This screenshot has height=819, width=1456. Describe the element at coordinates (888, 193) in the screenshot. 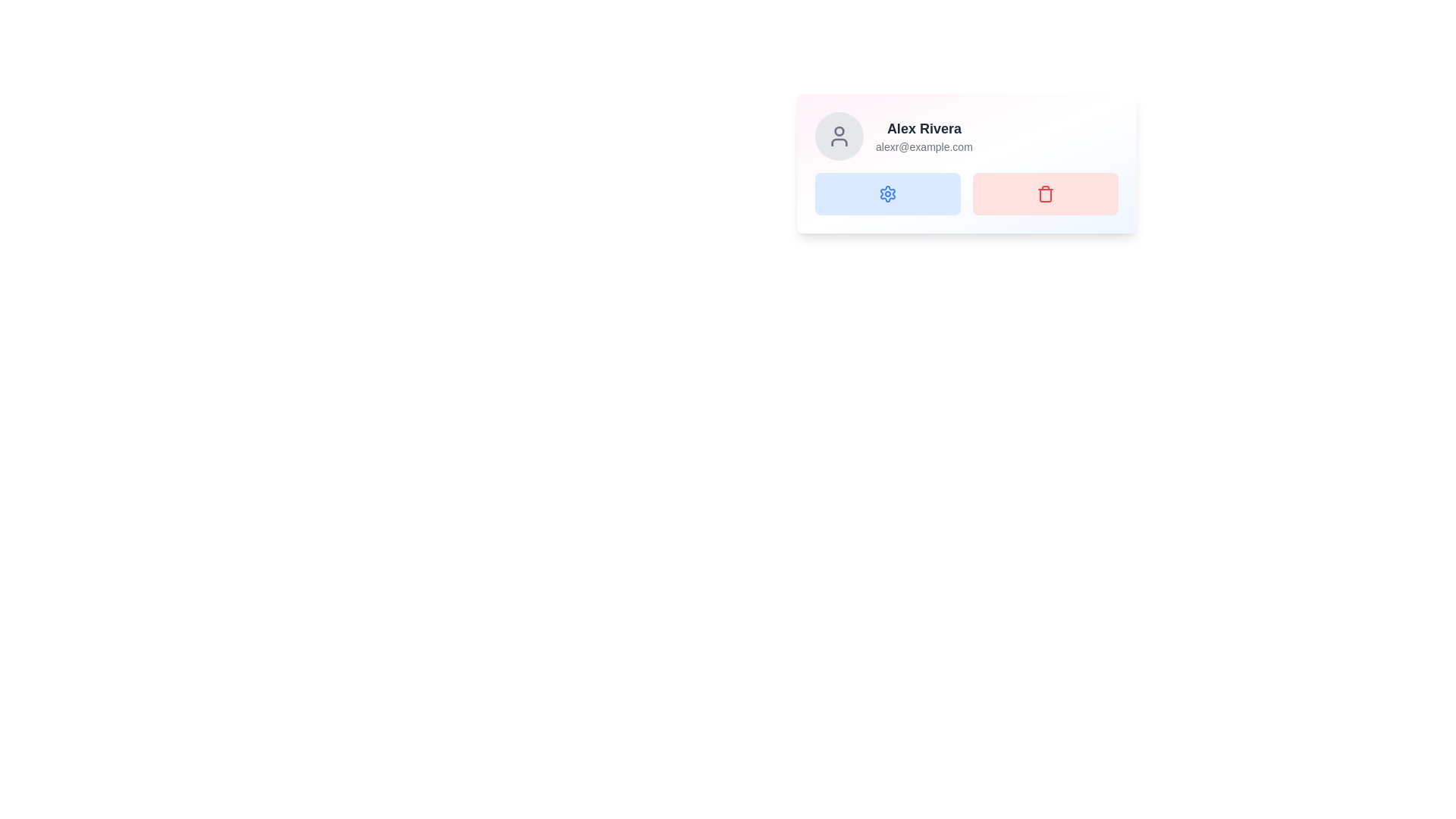

I see `the settings icon button located at the bottom section of the card` at that location.